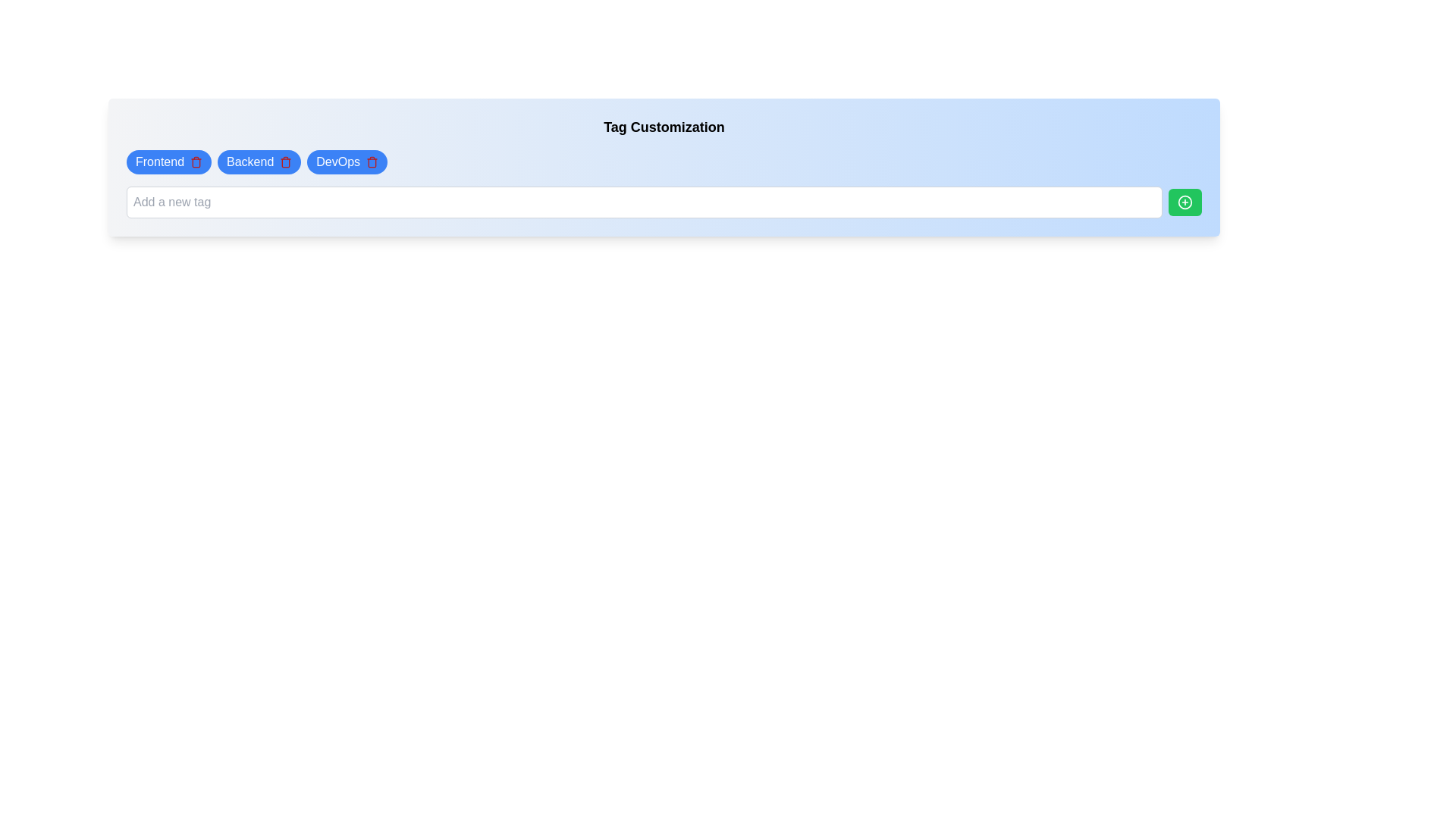 This screenshot has height=819, width=1456. Describe the element at coordinates (1185, 201) in the screenshot. I see `the circular green icon button with a white plus sign located at the right end of the text input field for adding a tag` at that location.